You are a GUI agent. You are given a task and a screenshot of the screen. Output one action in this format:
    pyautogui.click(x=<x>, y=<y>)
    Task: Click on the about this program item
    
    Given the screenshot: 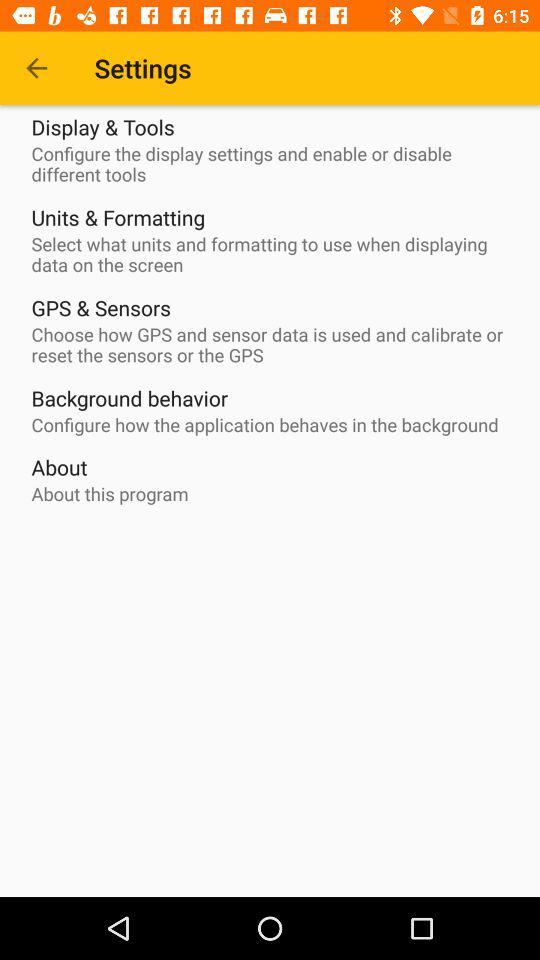 What is the action you would take?
    pyautogui.click(x=110, y=492)
    